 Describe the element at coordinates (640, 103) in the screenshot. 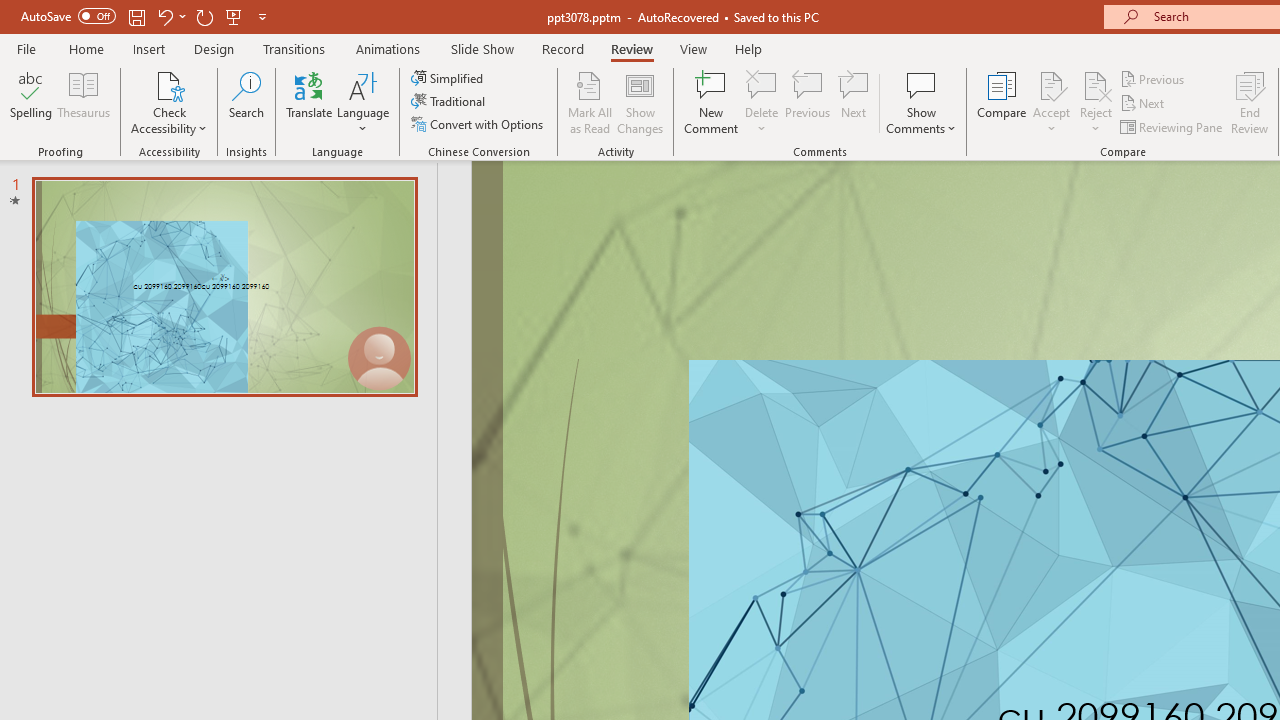

I see `'Show Changes'` at that location.